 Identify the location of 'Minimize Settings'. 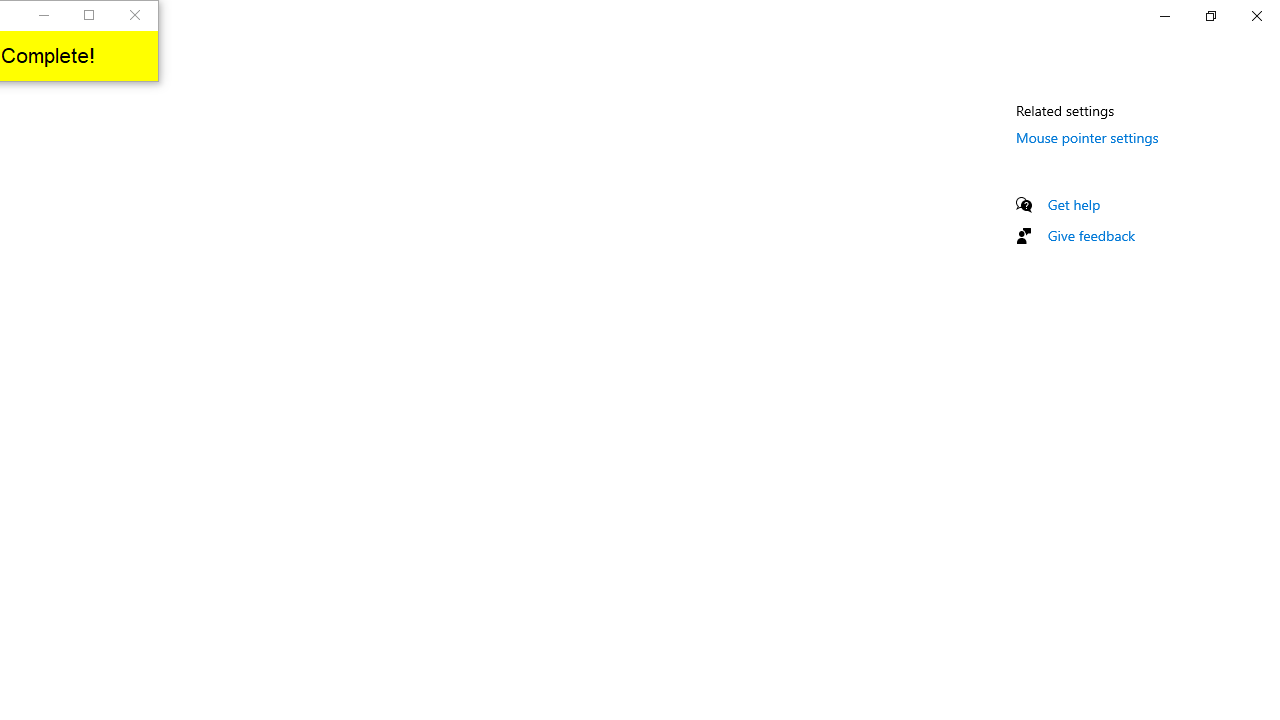
(1164, 15).